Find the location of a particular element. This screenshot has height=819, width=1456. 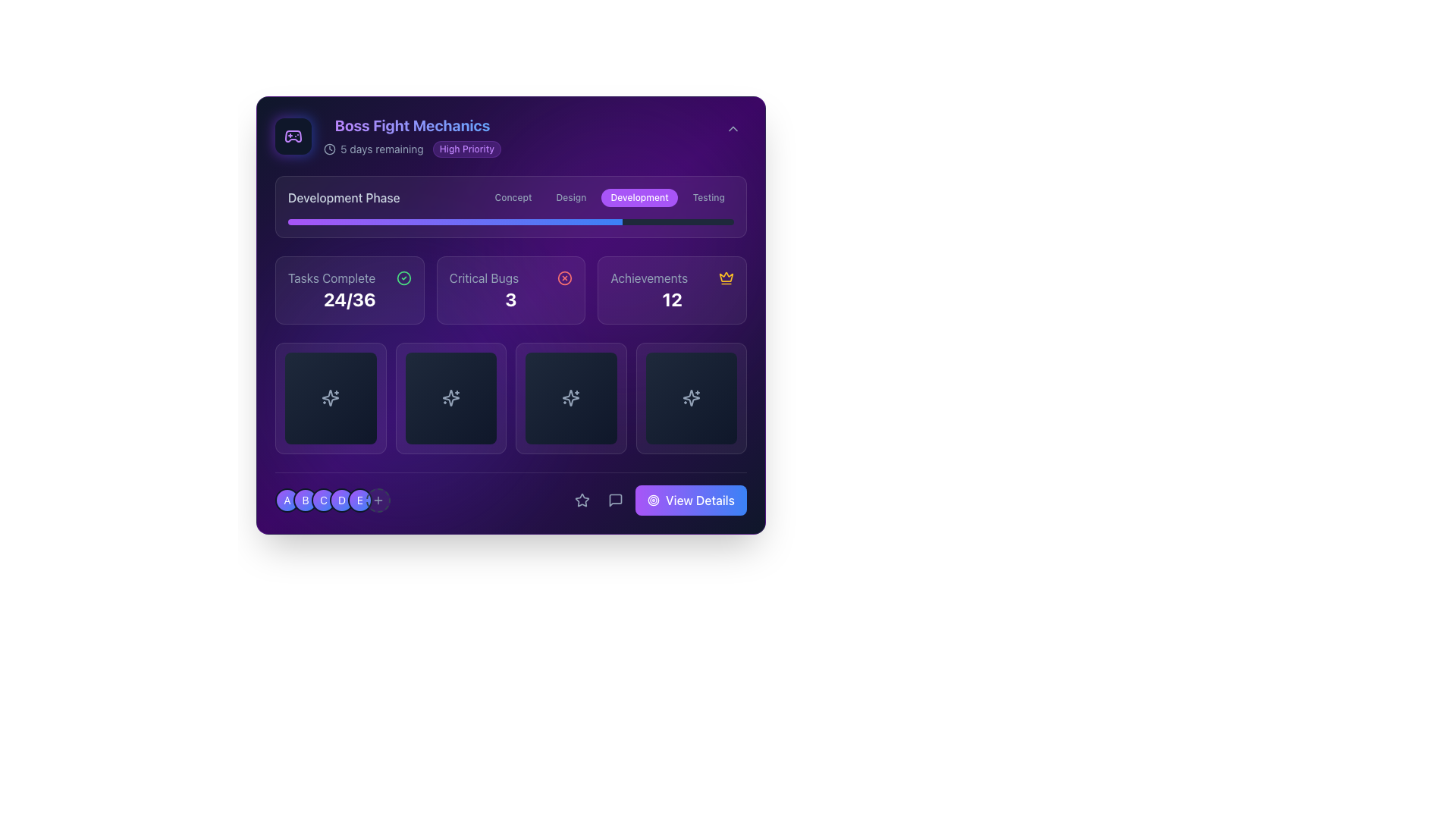

the Interactive card located in the top-left corner of the grid layout under the 'Tasks Complete' section is located at coordinates (330, 397).